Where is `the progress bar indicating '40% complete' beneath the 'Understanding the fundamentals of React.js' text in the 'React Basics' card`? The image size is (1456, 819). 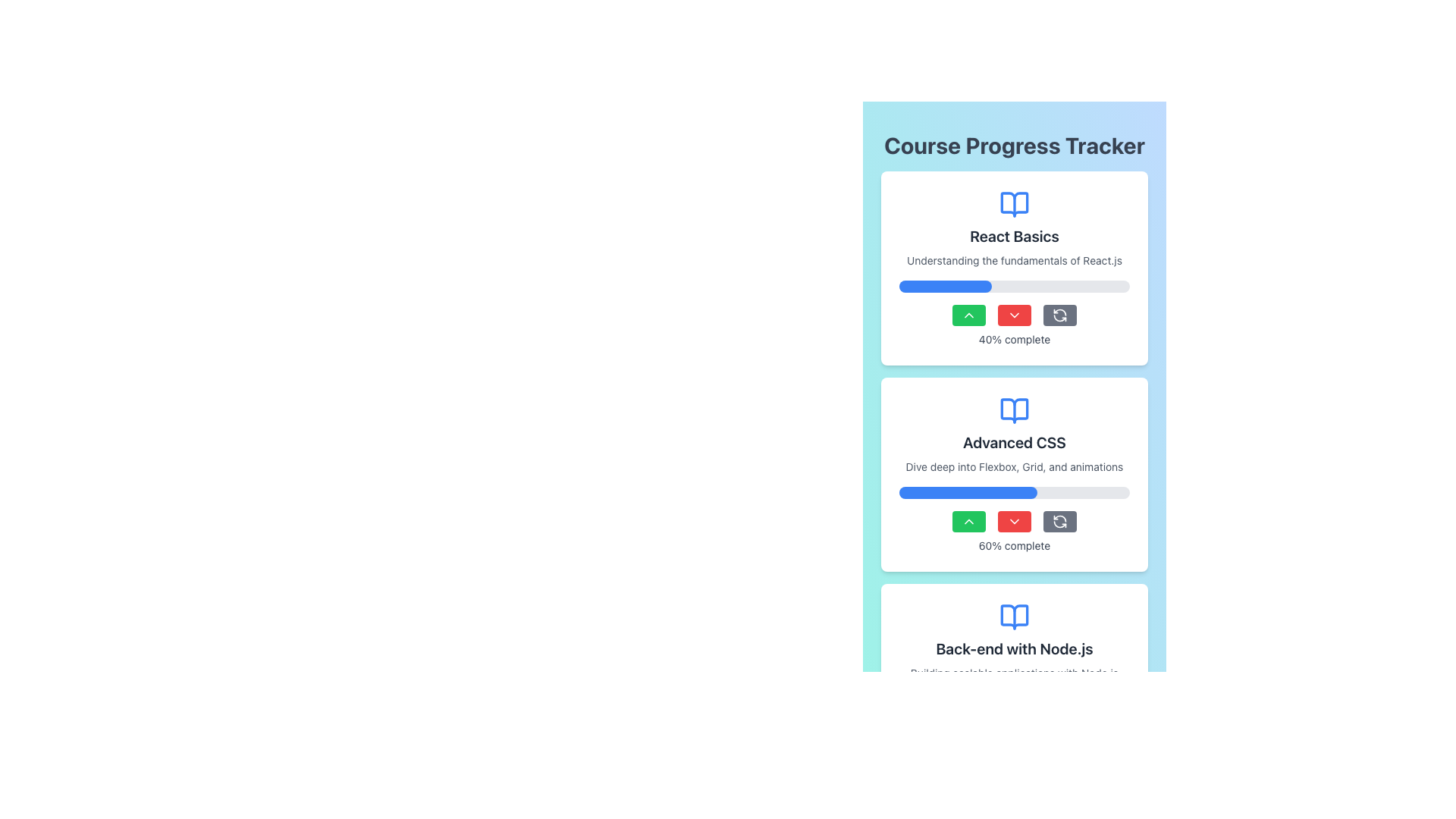 the progress bar indicating '40% complete' beneath the 'Understanding the fundamentals of React.js' text in the 'React Basics' card is located at coordinates (1015, 287).